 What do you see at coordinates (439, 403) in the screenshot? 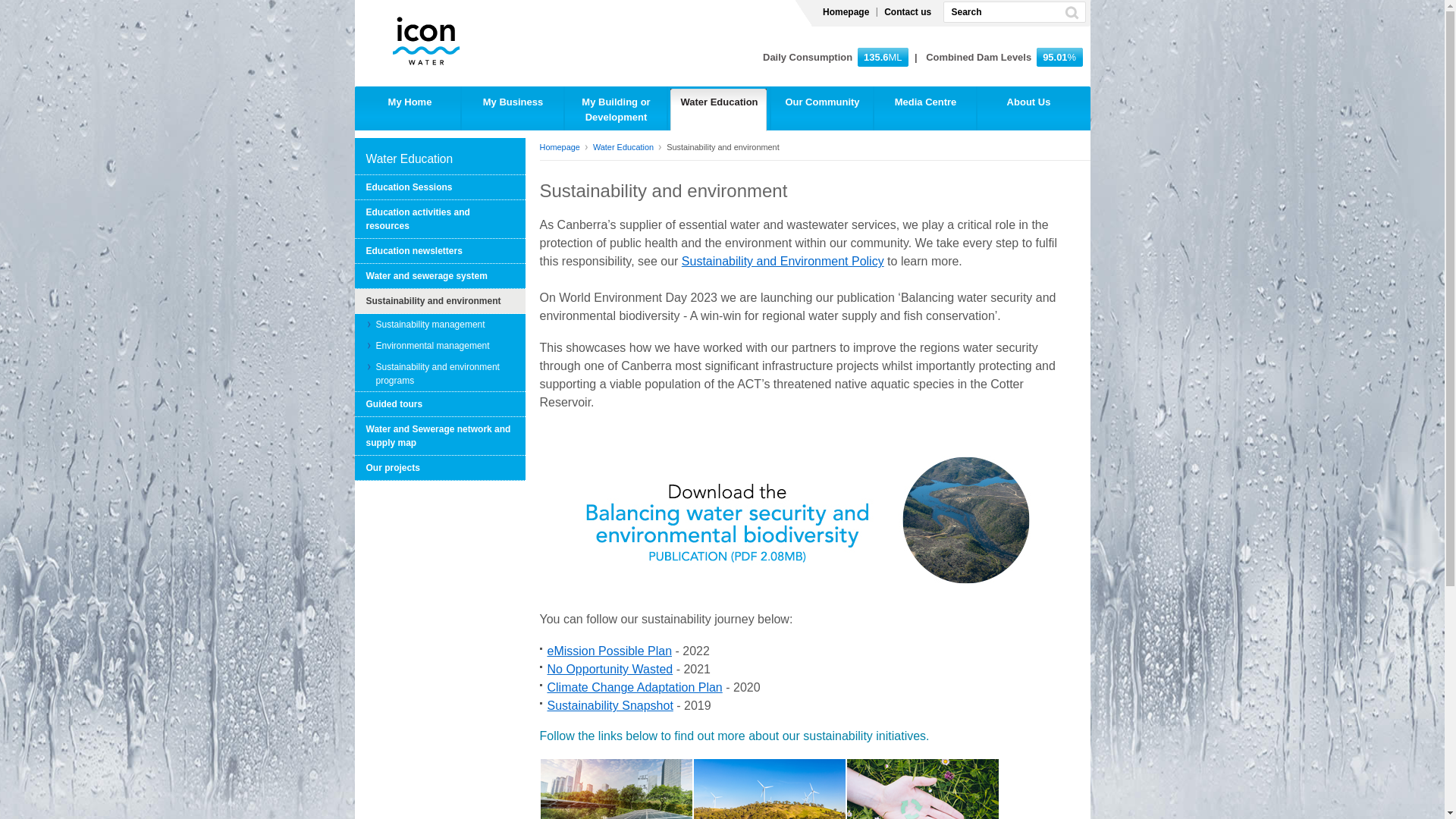
I see `'Guided tours'` at bounding box center [439, 403].